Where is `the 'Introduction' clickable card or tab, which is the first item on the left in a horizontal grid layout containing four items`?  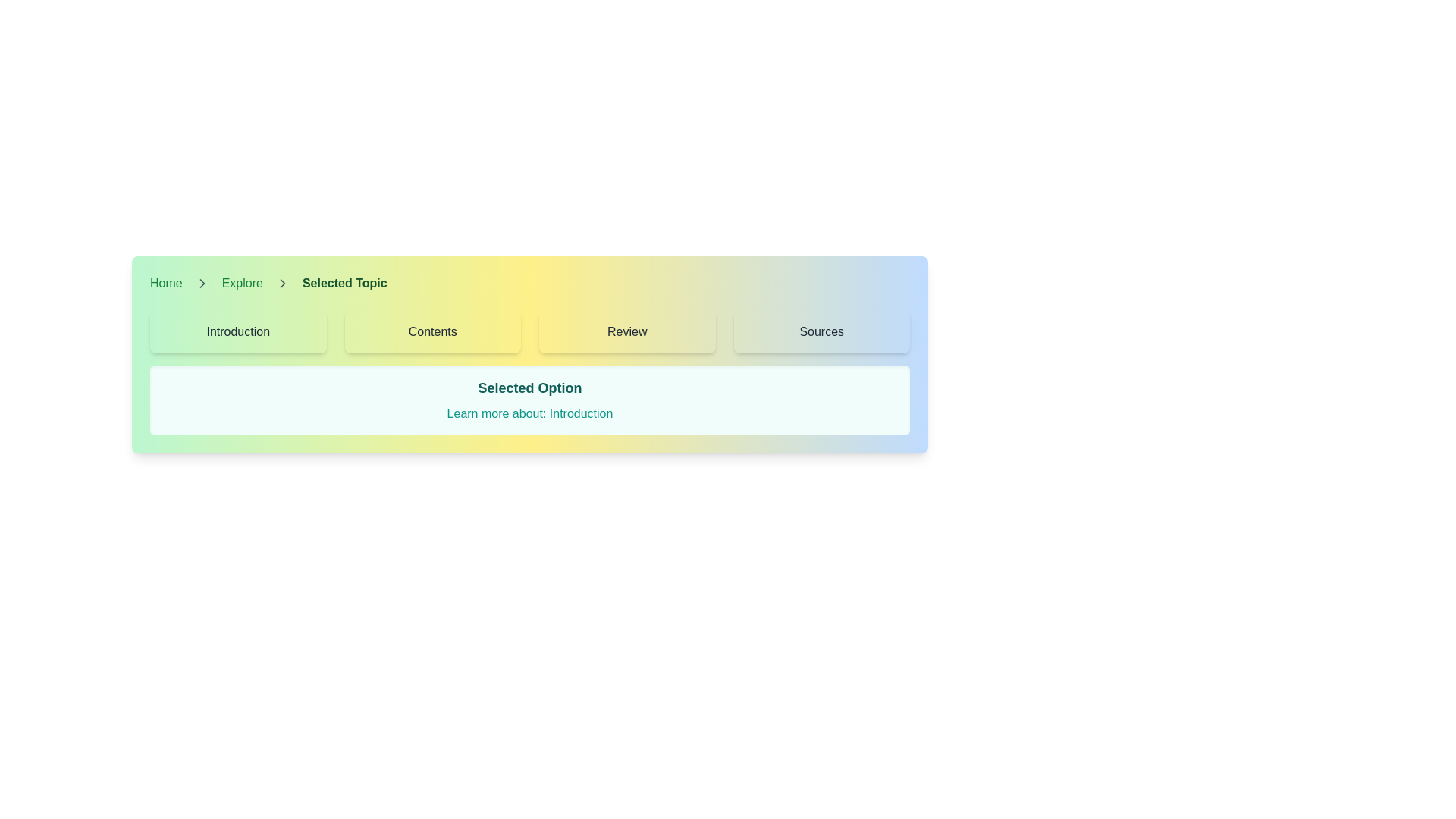 the 'Introduction' clickable card or tab, which is the first item on the left in a horizontal grid layout containing four items is located at coordinates (237, 331).